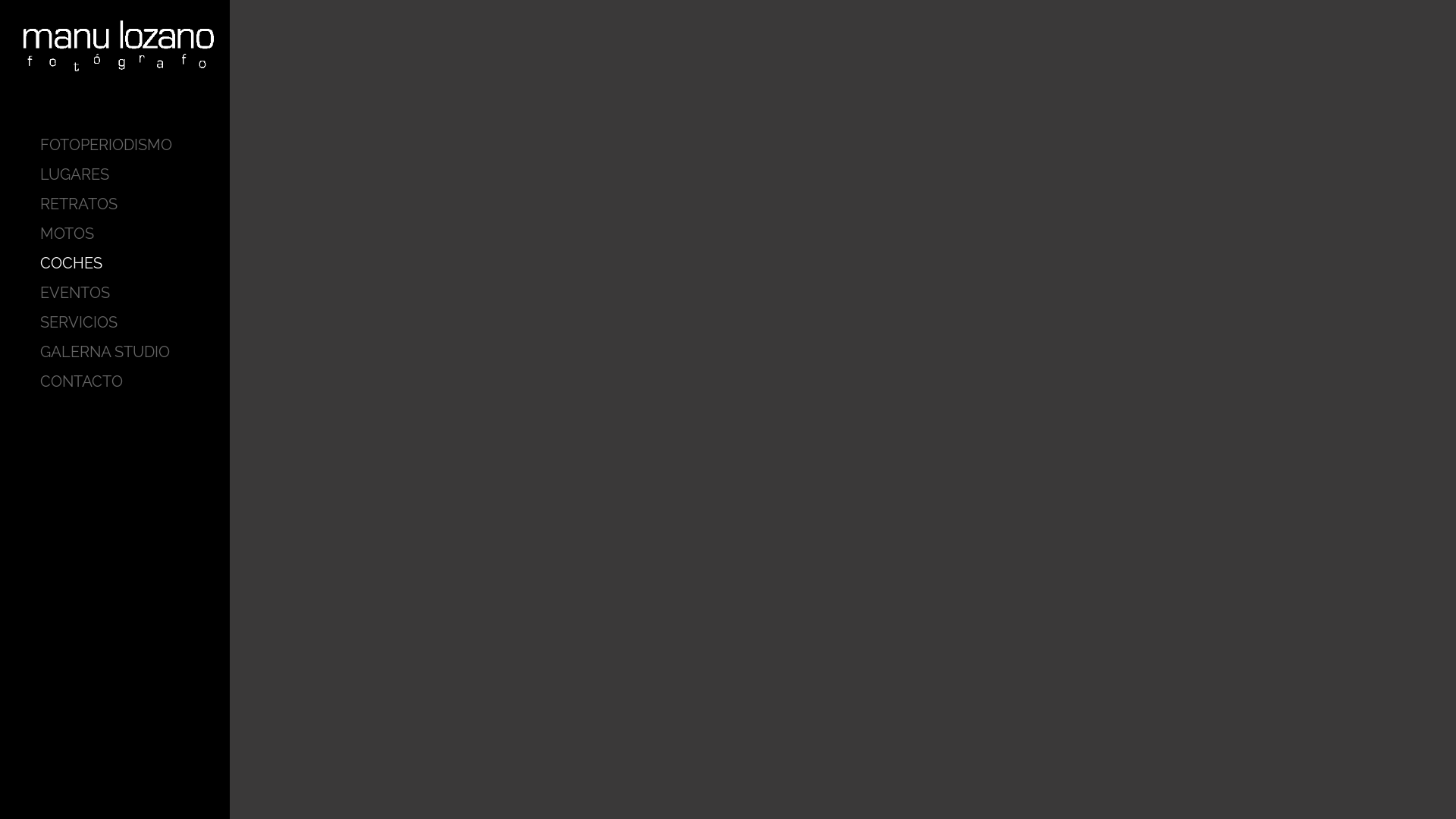 The image size is (1456, 819). I want to click on 'RETRATOS', so click(105, 203).